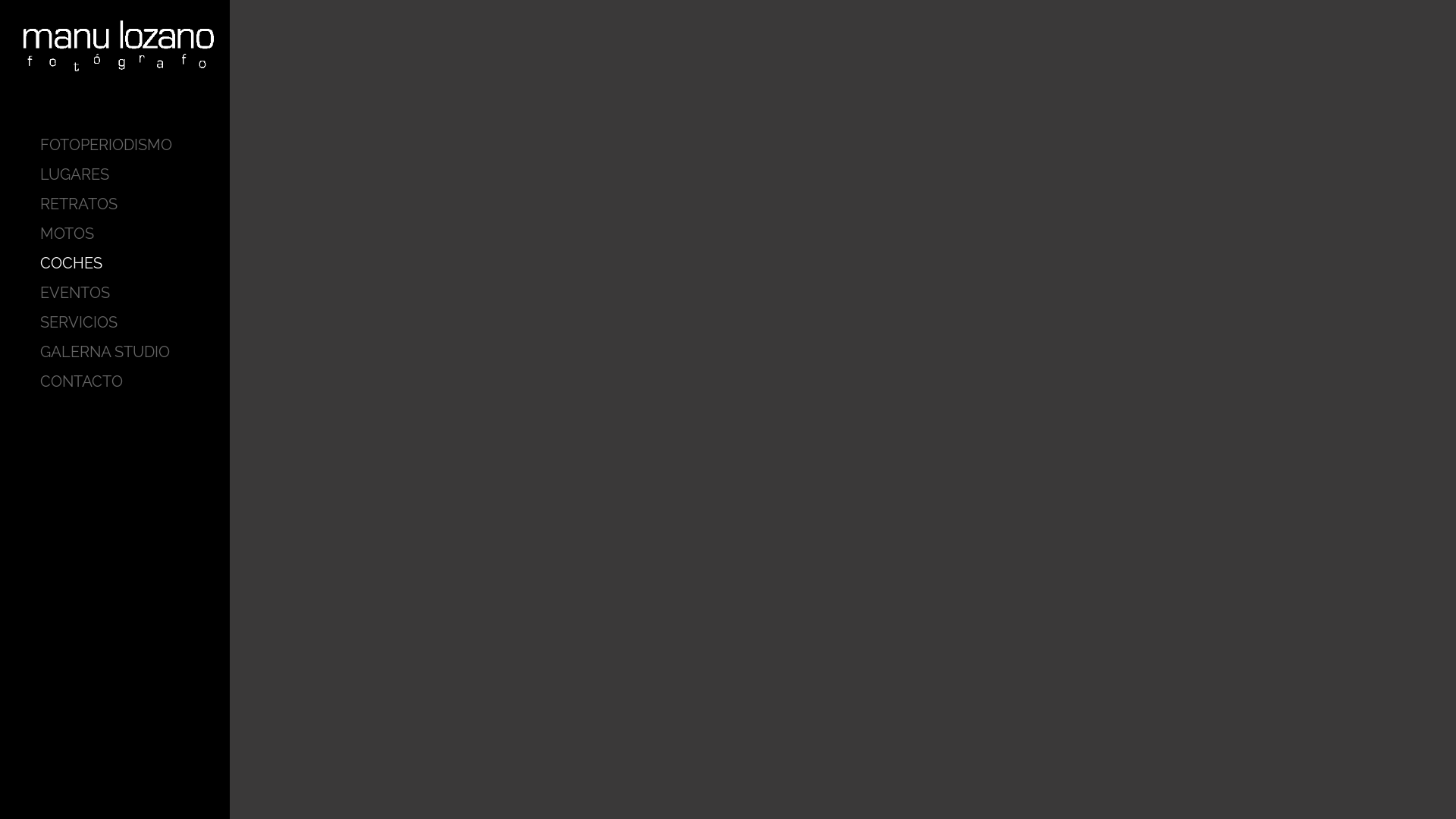 The image size is (1456, 819). I want to click on 'RETRATOS', so click(105, 203).